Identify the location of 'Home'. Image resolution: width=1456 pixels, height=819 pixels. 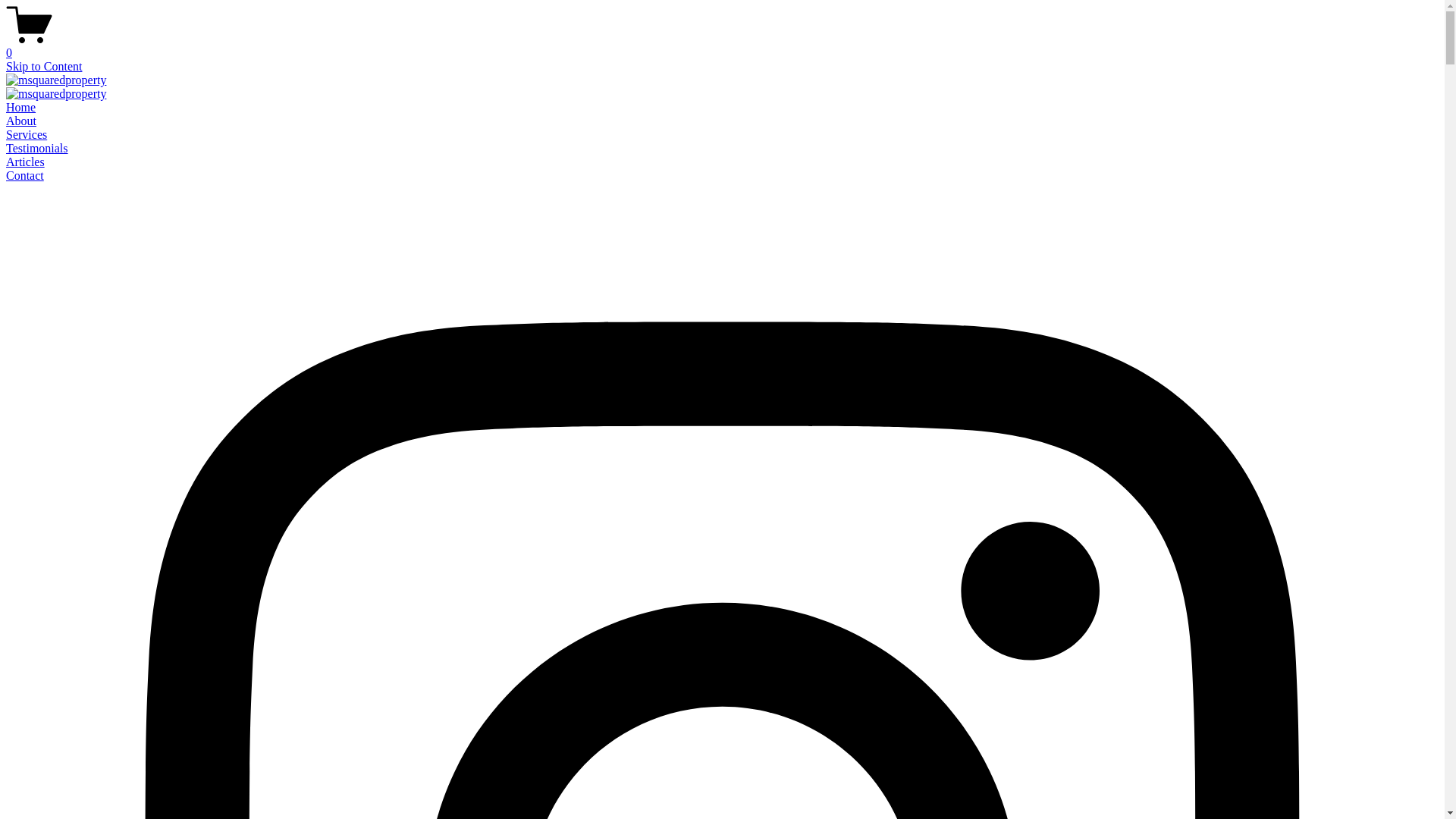
(20, 106).